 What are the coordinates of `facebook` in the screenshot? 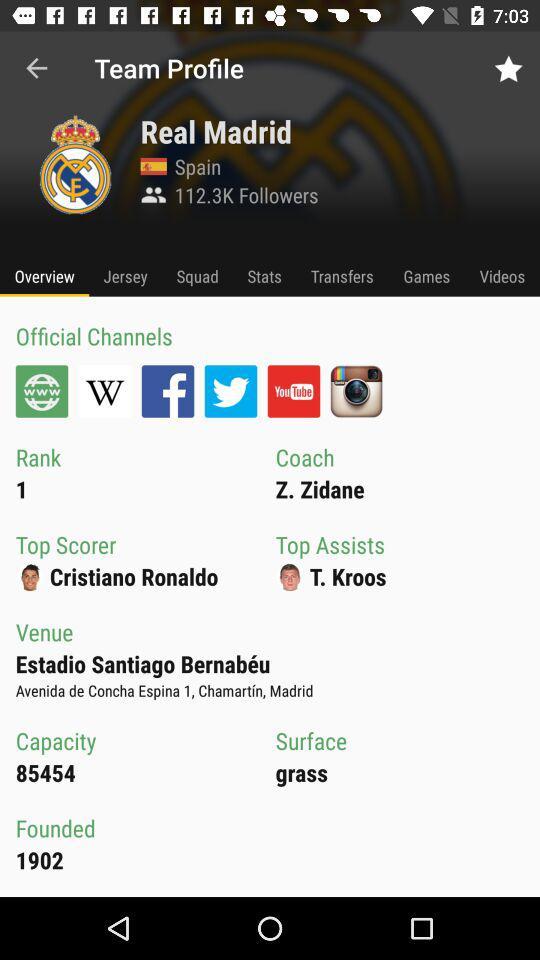 It's located at (166, 390).